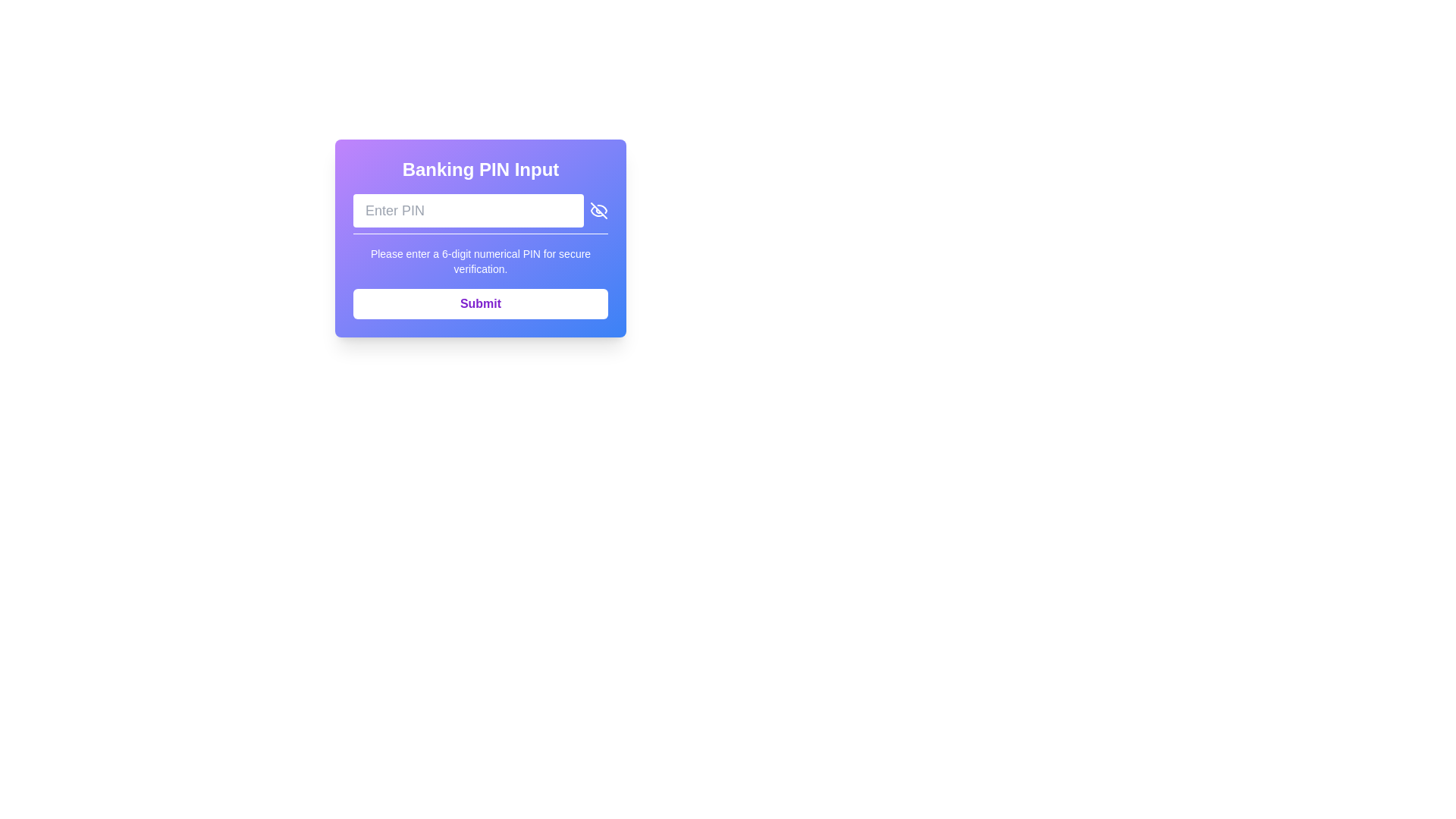 The image size is (1456, 819). What do you see at coordinates (479, 304) in the screenshot?
I see `the 'Submit' button with rounded edges and a white background to observe its hover effect, which changes the background color to light purple` at bounding box center [479, 304].